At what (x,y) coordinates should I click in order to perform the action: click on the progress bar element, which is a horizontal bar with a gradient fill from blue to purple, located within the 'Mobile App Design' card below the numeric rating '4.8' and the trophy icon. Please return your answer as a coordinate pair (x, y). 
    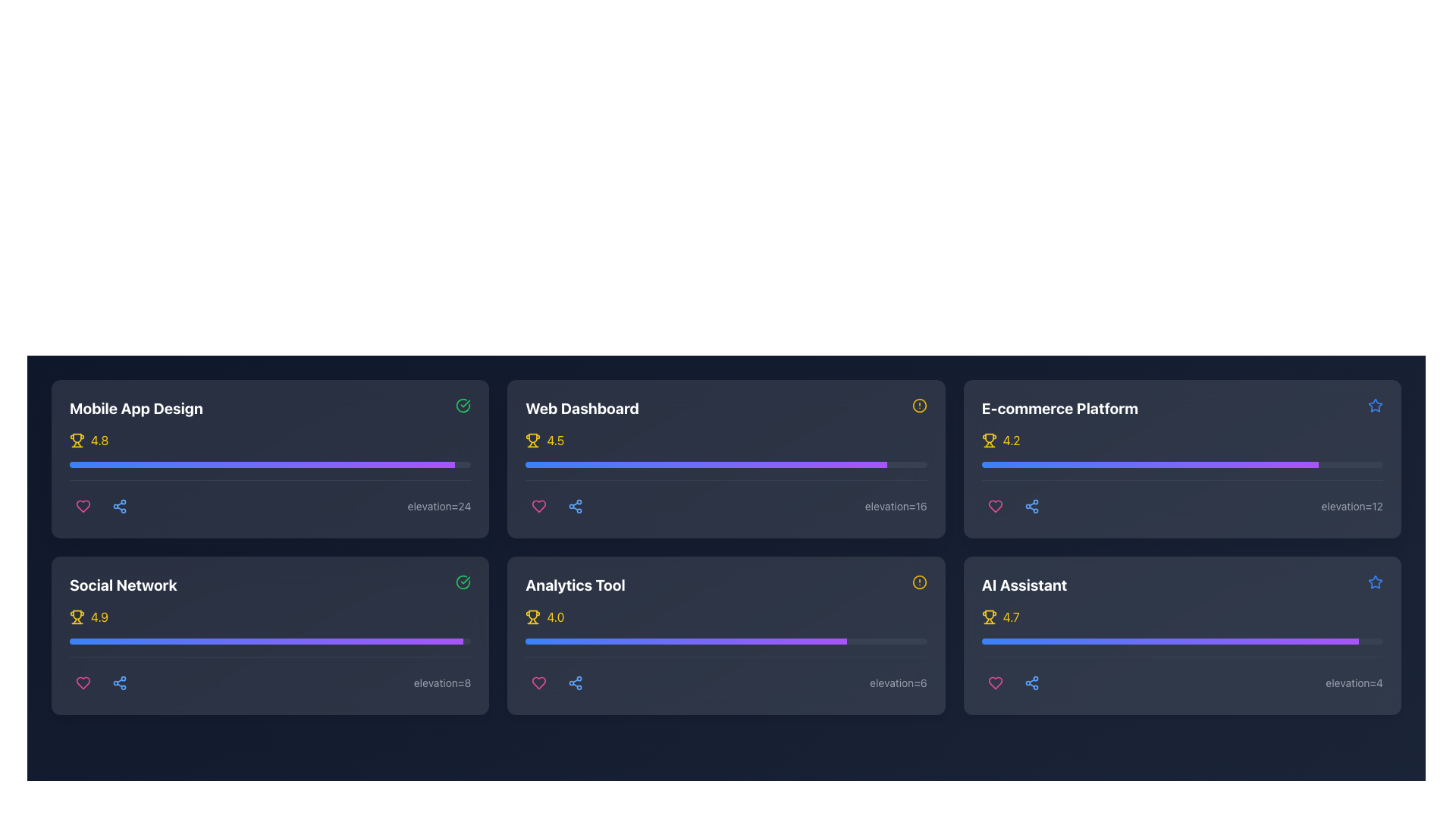
    Looking at the image, I should click on (270, 464).